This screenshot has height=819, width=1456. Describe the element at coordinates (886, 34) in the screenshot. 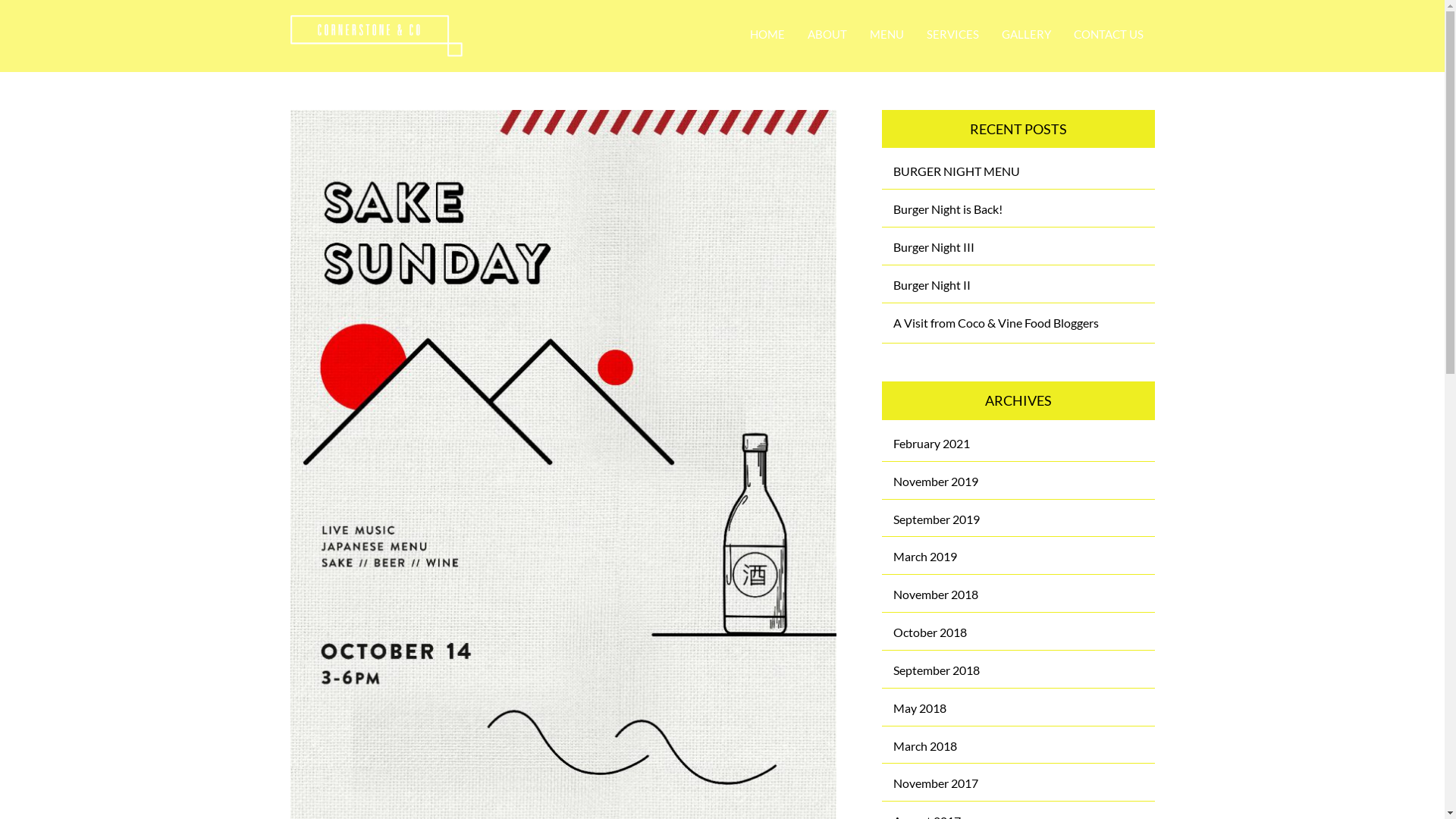

I see `'MENU'` at that location.